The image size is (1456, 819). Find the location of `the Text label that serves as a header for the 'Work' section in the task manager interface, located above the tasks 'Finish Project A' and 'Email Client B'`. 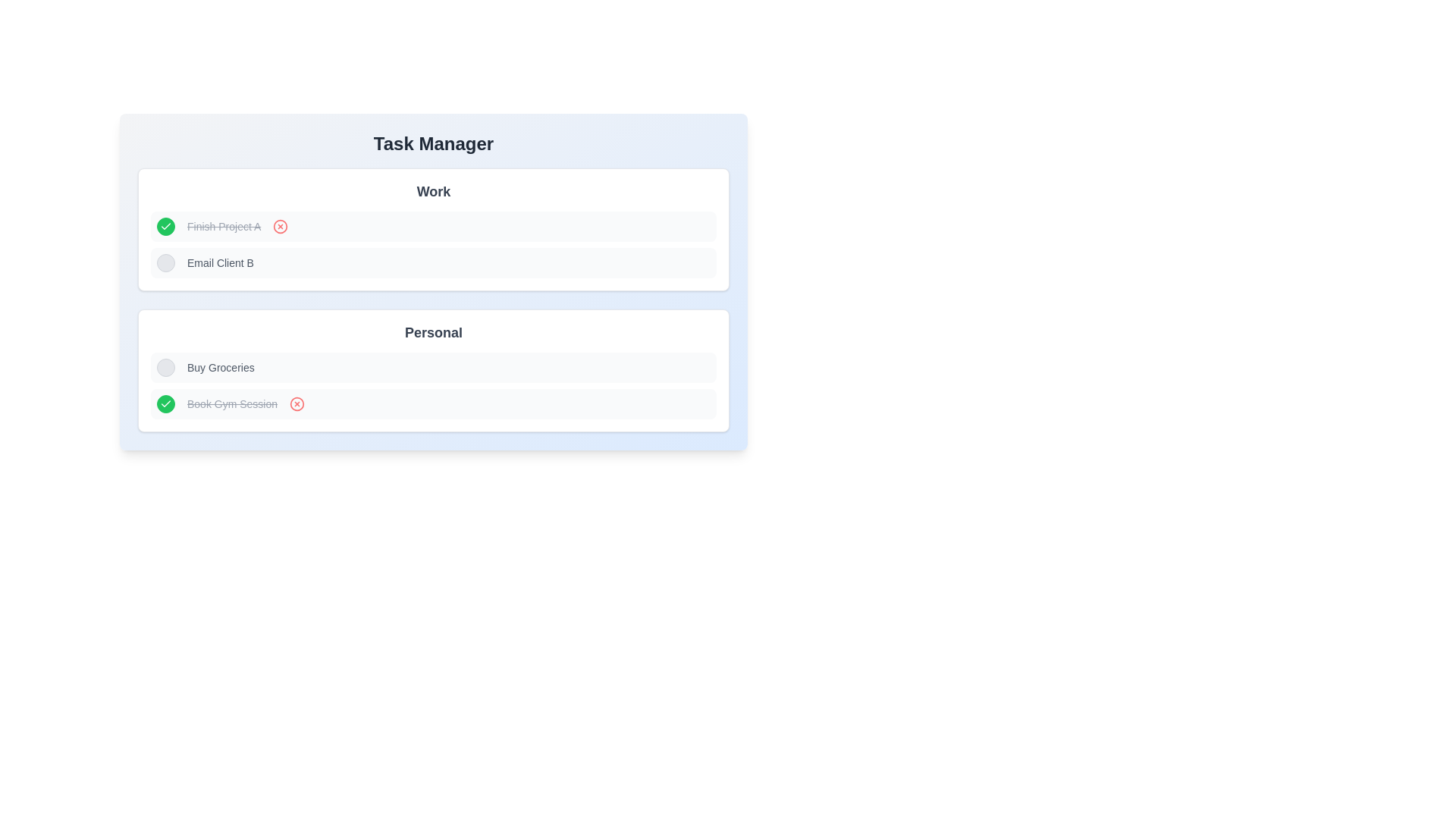

the Text label that serves as a header for the 'Work' section in the task manager interface, located above the tasks 'Finish Project A' and 'Email Client B' is located at coordinates (432, 191).